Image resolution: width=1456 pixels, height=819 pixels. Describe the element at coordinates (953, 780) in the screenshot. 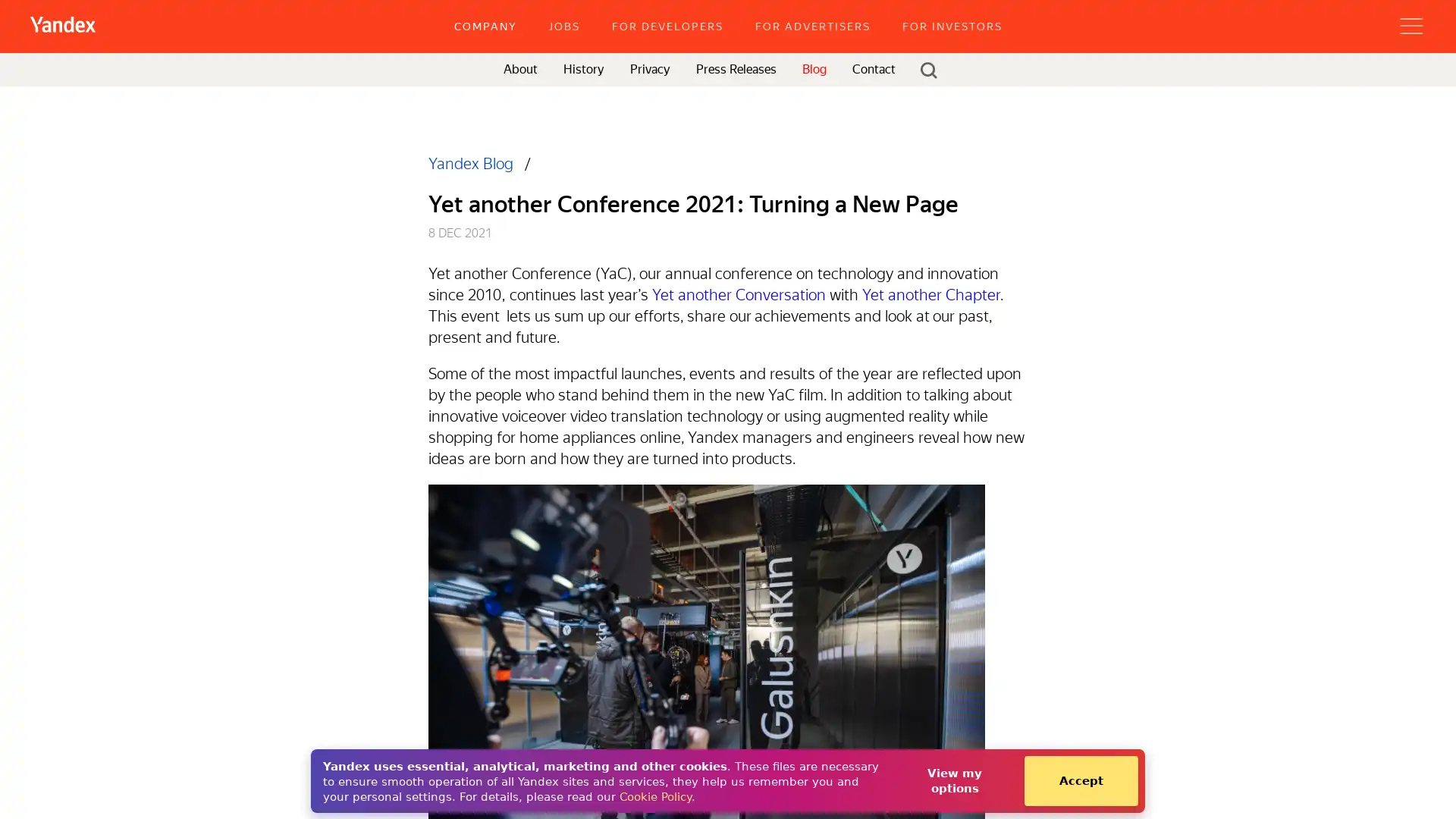

I see `View my options` at that location.